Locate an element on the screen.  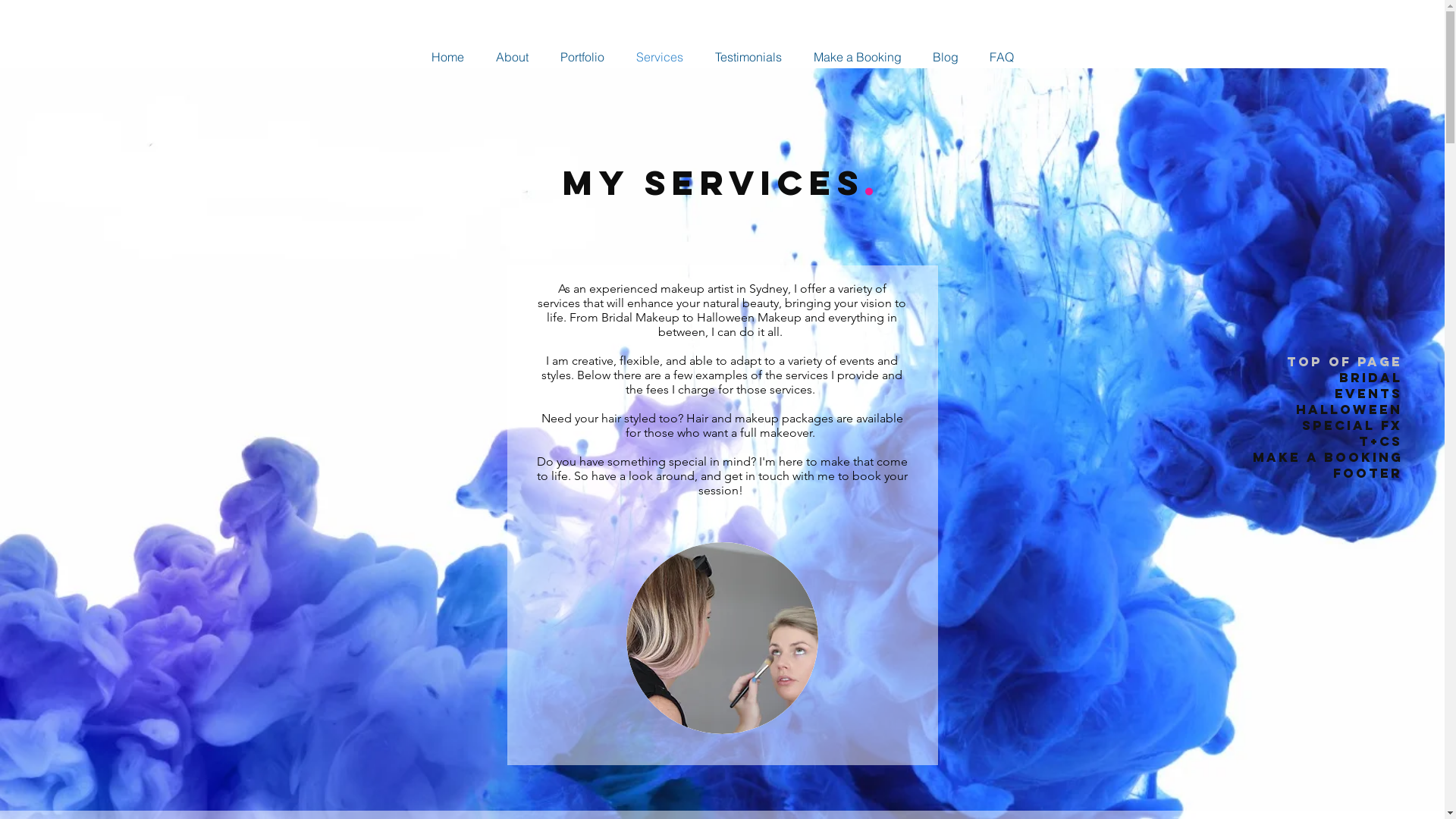
'Make a Booking' is located at coordinates (858, 55).